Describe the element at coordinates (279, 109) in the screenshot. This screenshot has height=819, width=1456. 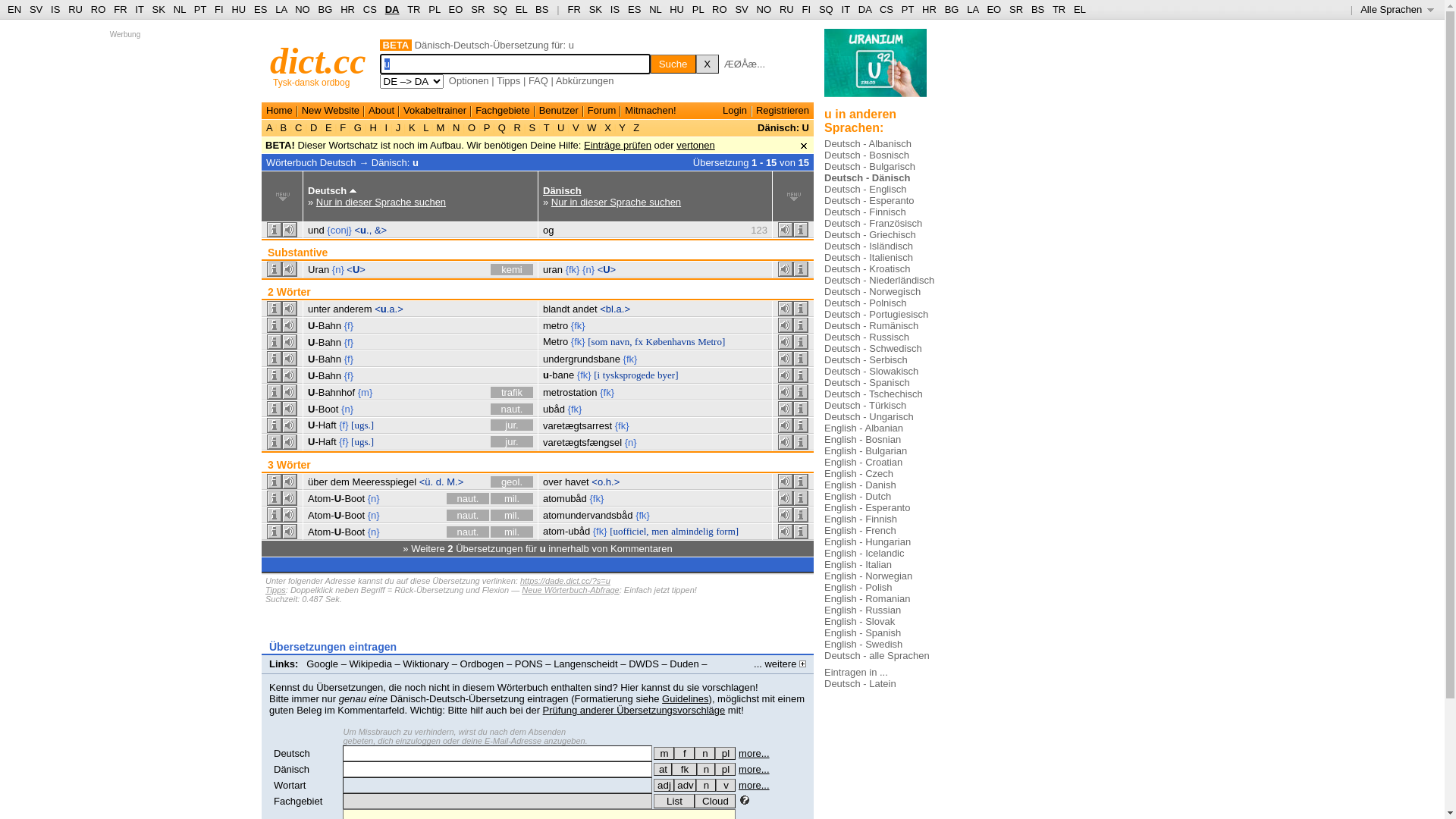
I see `'Home'` at that location.